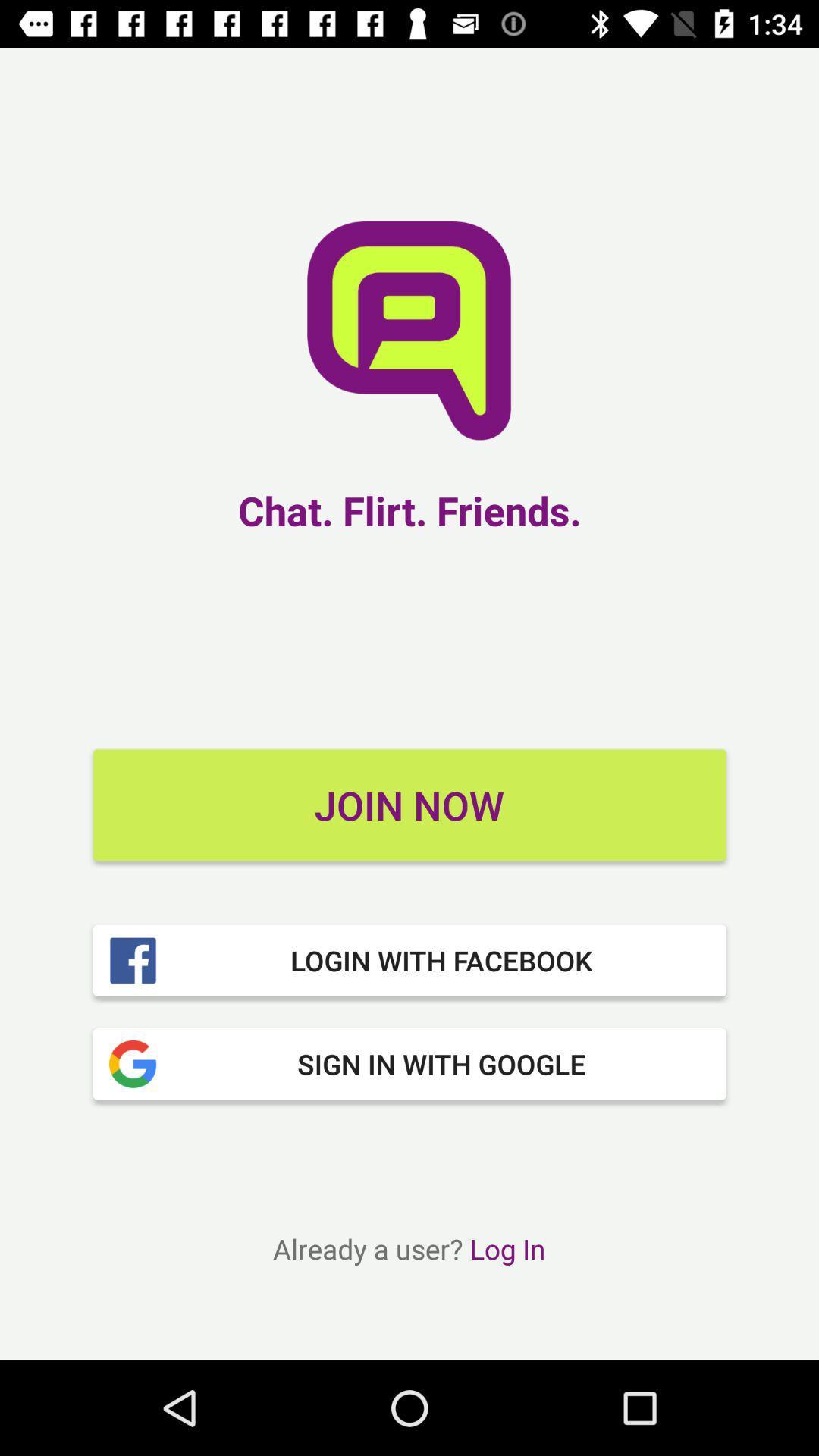  I want to click on the join now item, so click(409, 804).